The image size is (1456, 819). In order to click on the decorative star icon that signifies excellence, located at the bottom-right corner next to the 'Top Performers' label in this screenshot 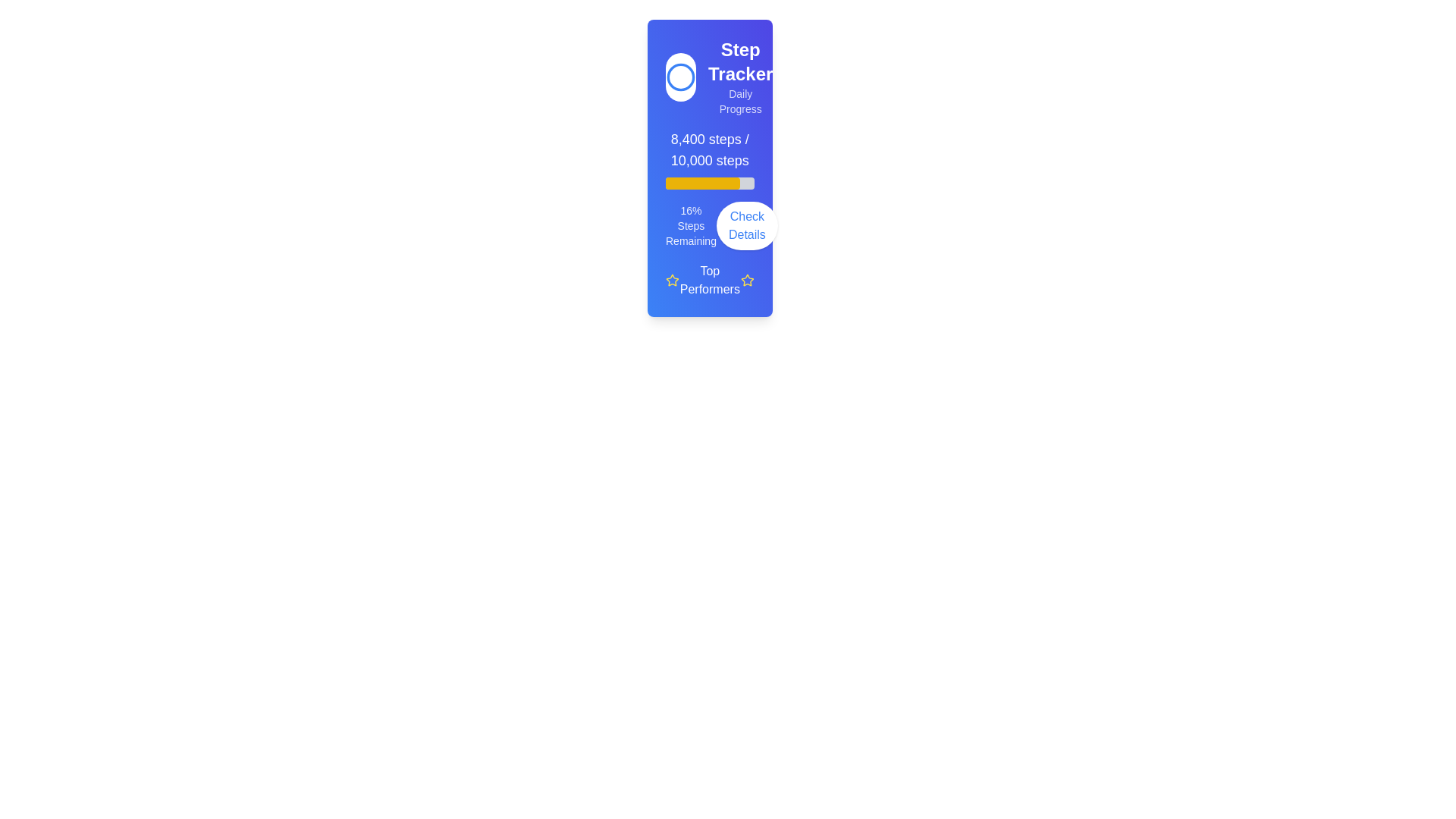, I will do `click(747, 281)`.